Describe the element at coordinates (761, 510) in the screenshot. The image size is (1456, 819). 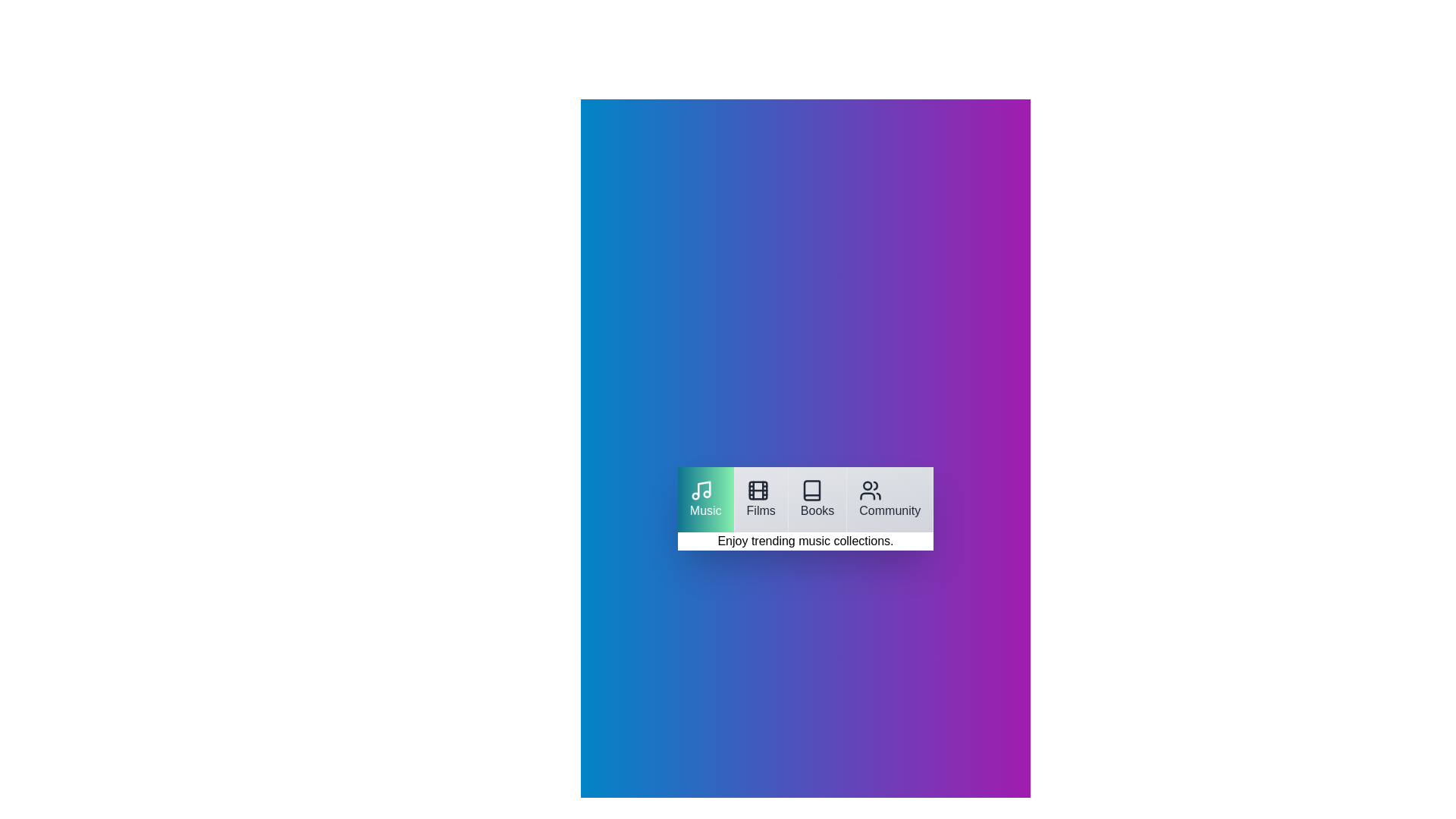
I see `the 'Films' navigation option in the horizontal navigation bar` at that location.